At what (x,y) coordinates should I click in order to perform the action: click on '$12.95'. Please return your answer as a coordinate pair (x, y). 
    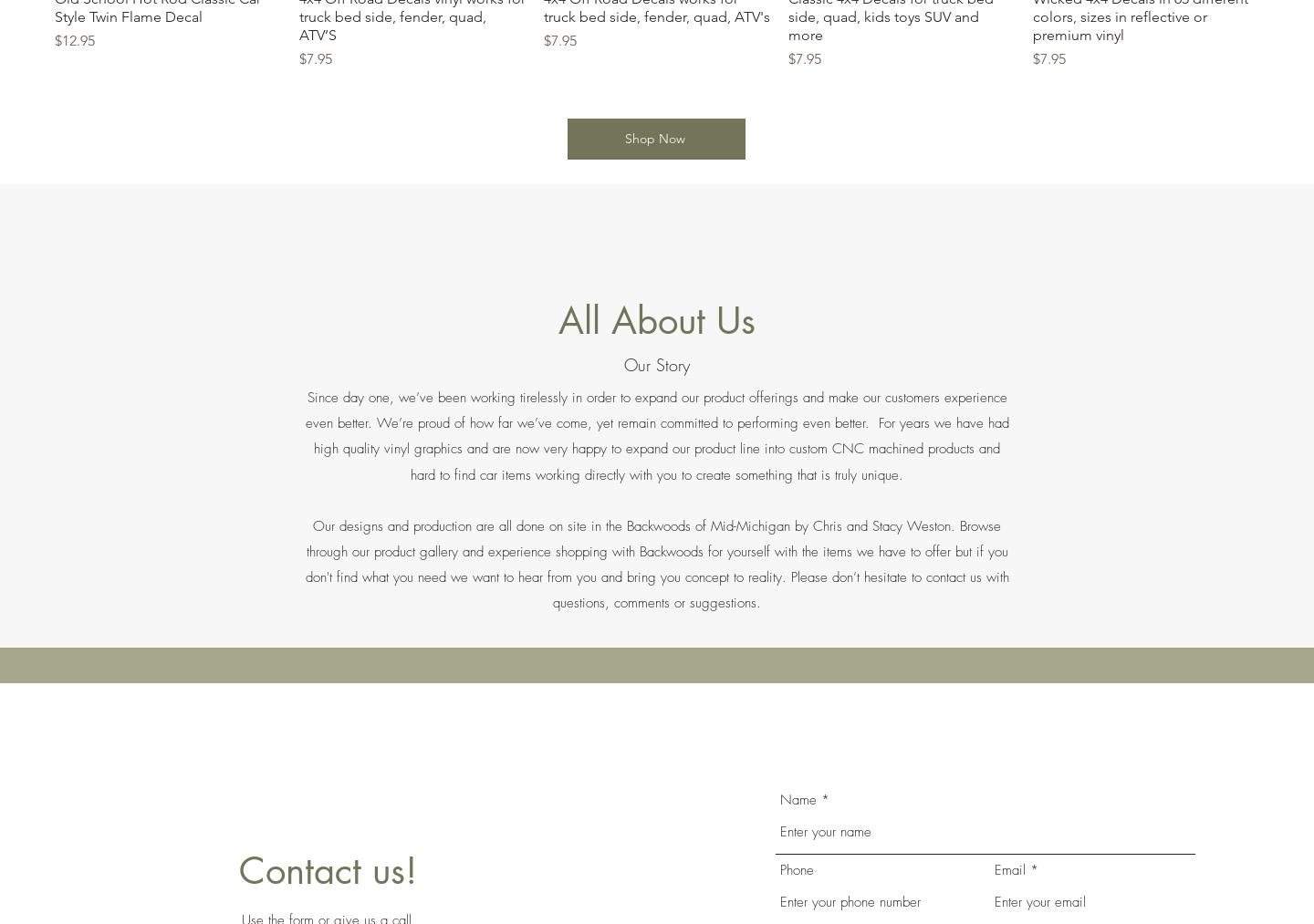
    Looking at the image, I should click on (74, 38).